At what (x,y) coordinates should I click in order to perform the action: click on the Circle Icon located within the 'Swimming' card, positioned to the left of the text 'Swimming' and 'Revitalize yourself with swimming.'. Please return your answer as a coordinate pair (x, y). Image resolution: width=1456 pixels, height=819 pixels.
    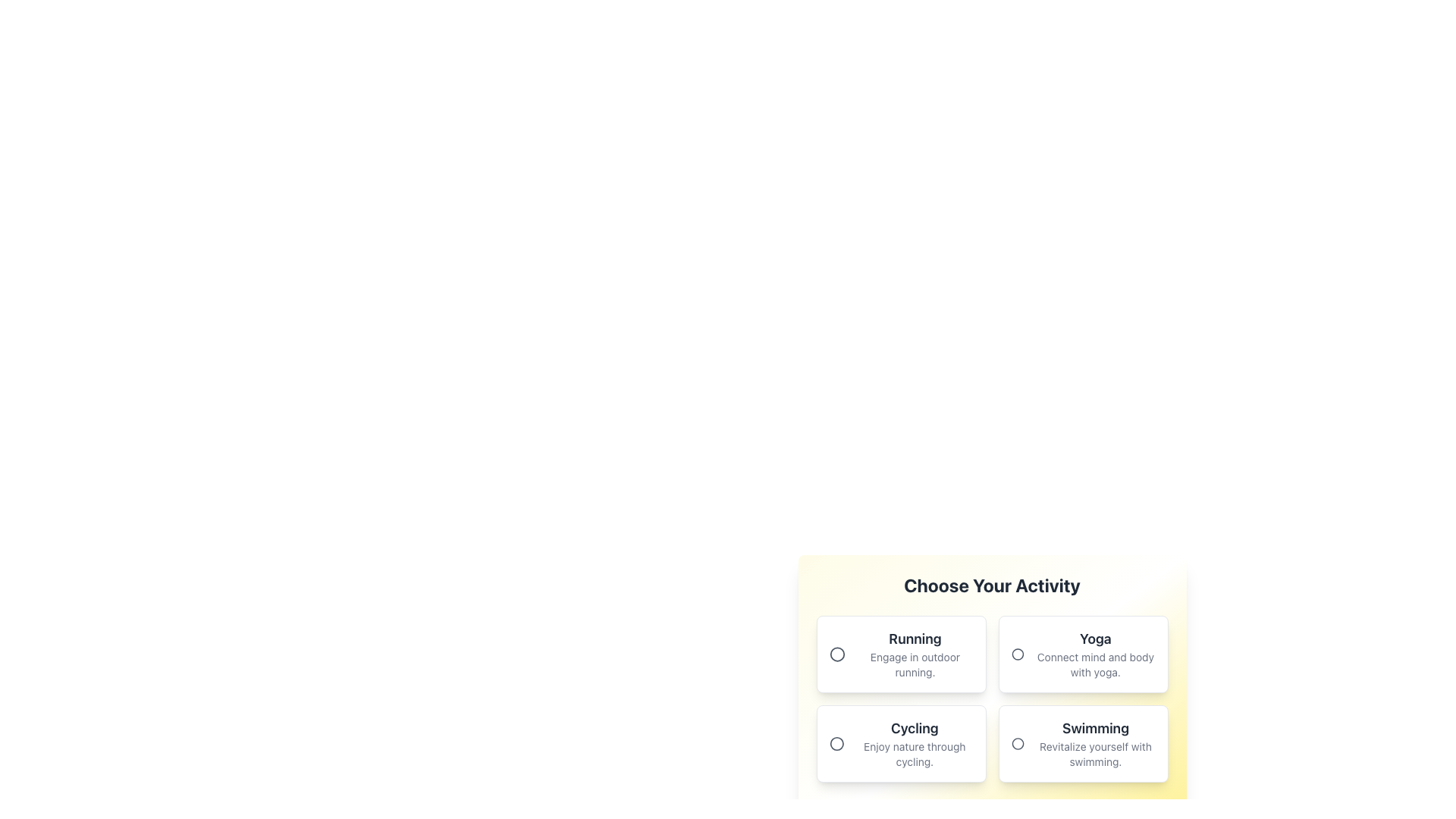
    Looking at the image, I should click on (1018, 742).